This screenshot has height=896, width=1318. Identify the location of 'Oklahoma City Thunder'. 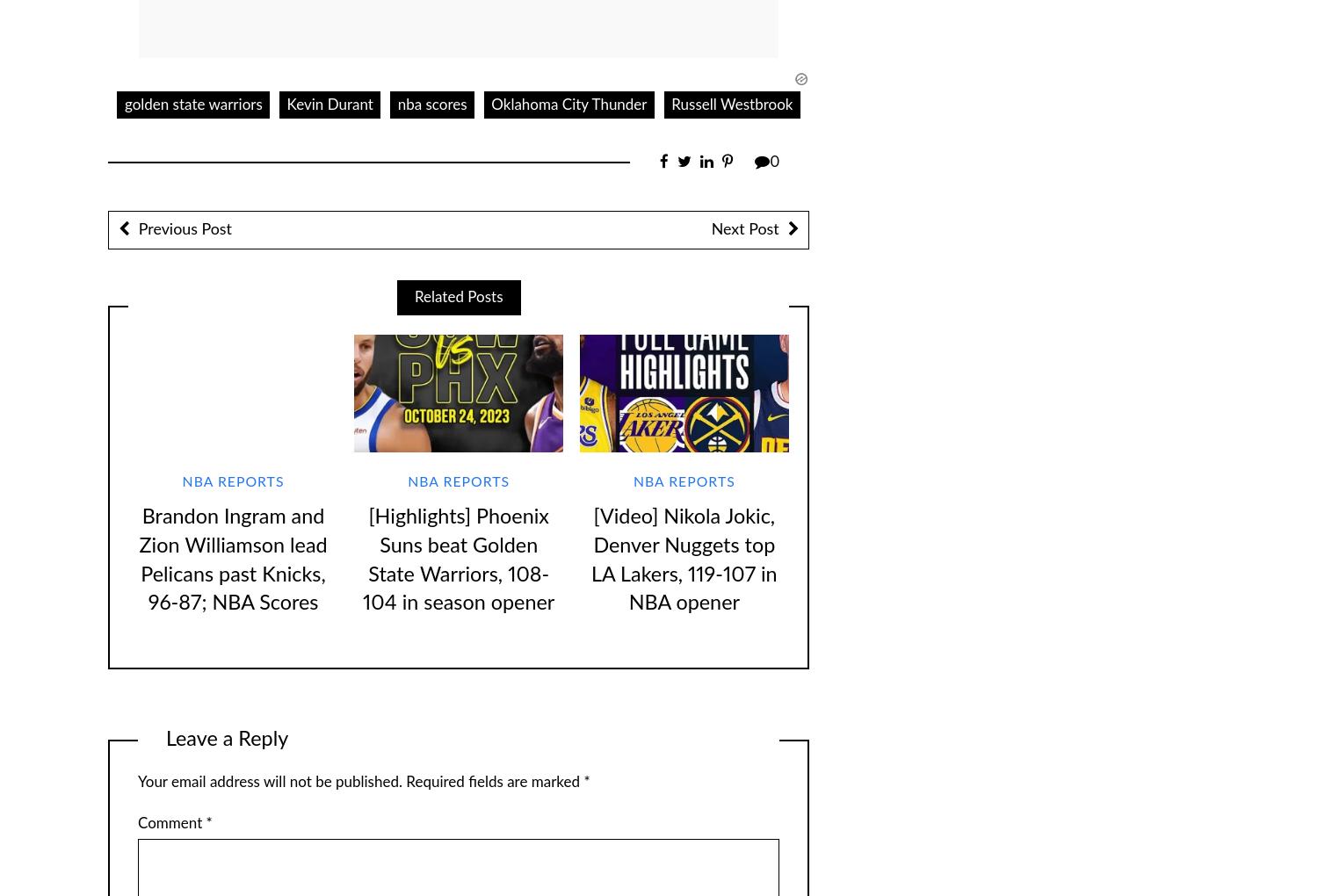
(568, 103).